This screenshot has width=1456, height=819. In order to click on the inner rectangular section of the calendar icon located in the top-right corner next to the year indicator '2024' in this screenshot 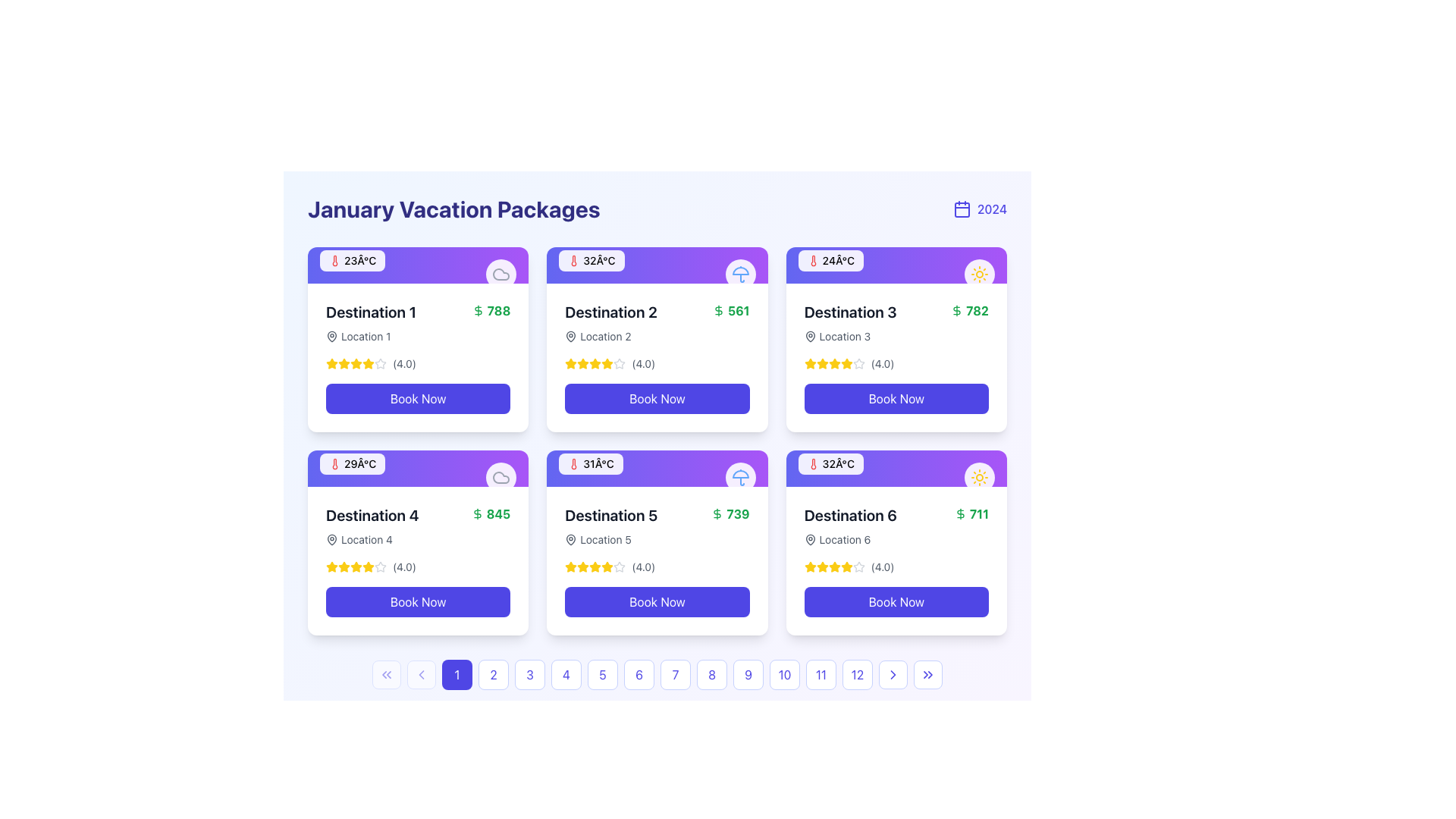, I will do `click(961, 210)`.